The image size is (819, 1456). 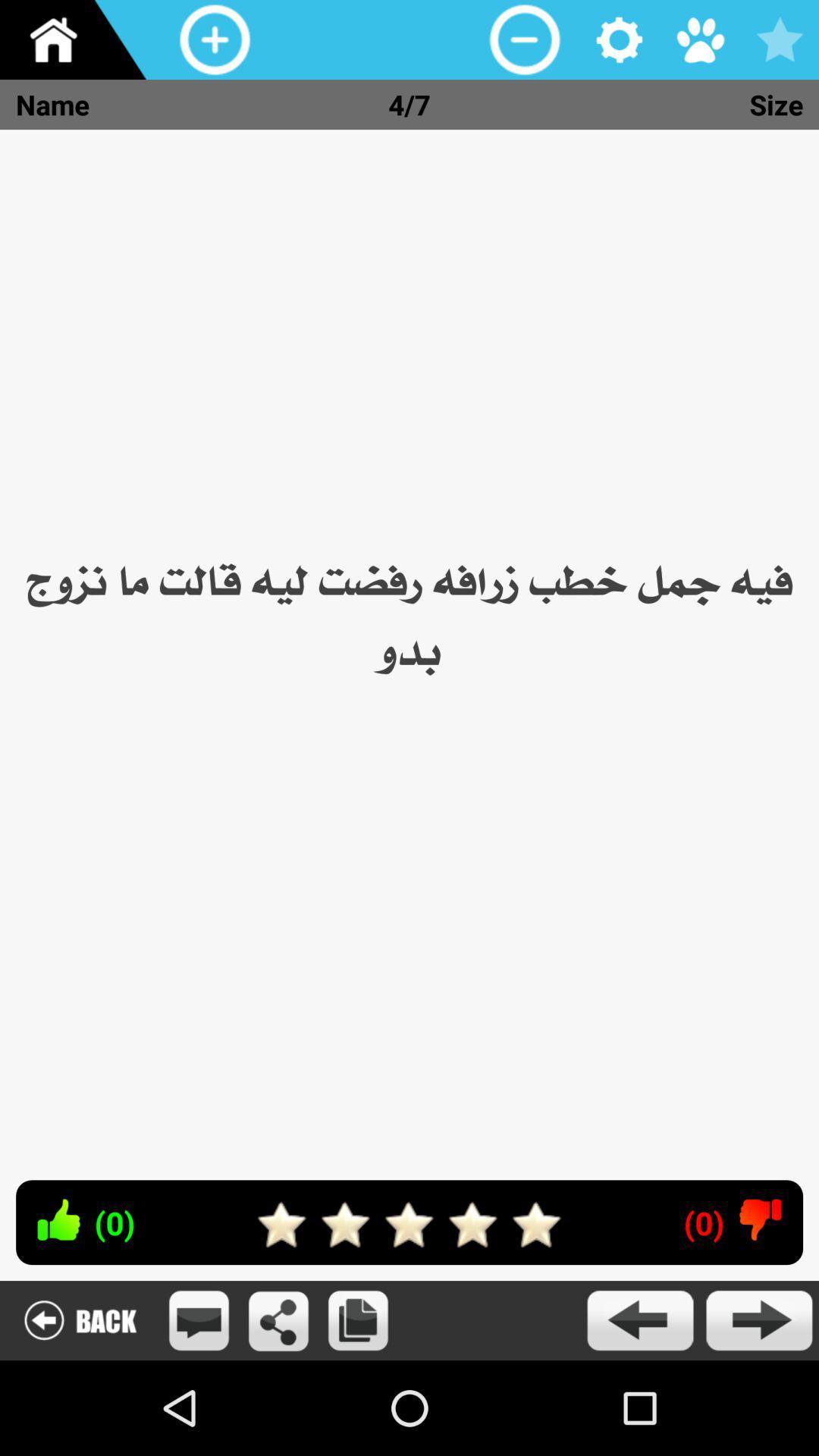 I want to click on home, so click(x=79, y=39).